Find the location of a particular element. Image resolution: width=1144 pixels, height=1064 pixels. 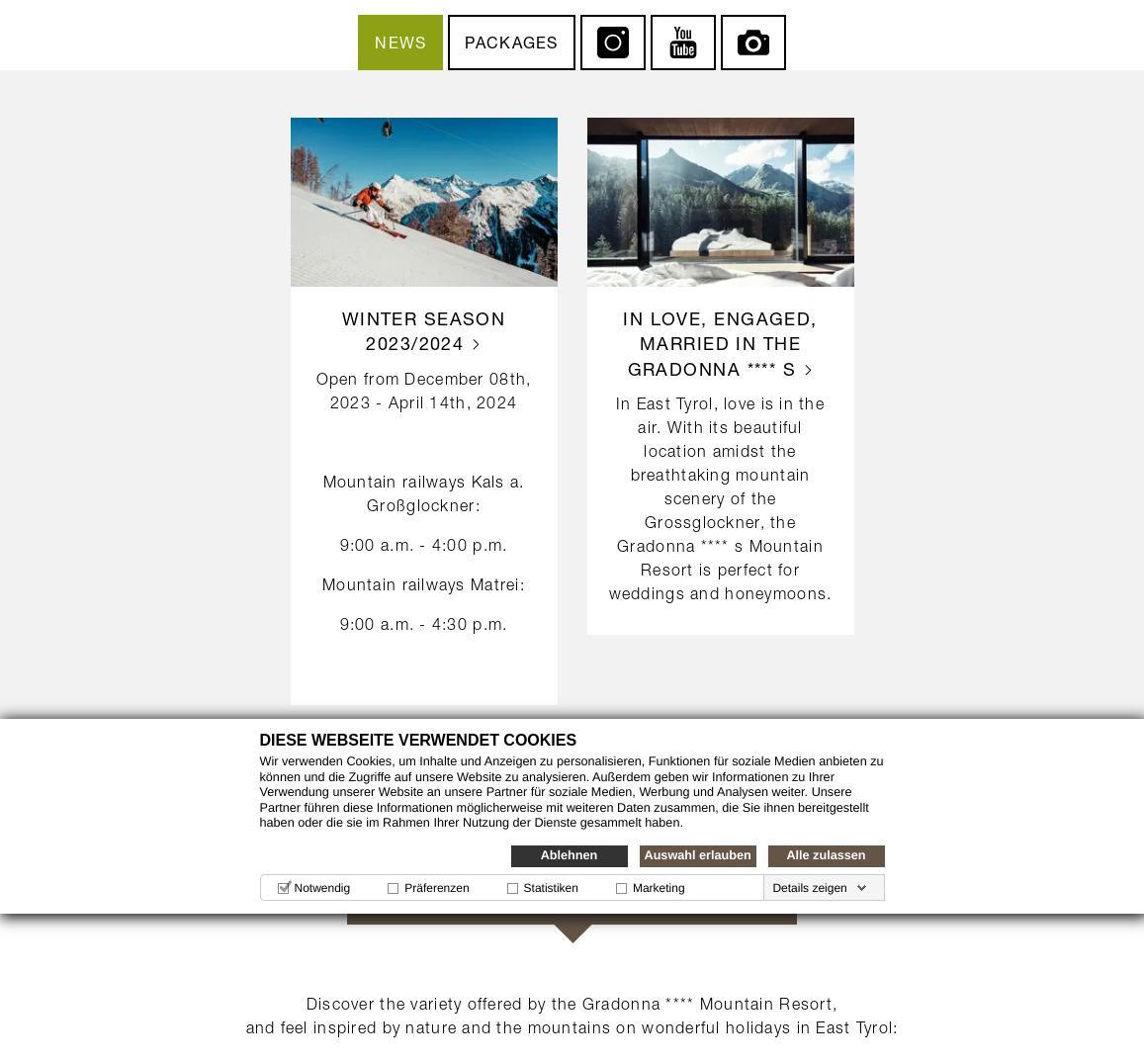

'In love, engaged, married in the Gradonna **** s' is located at coordinates (622, 343).